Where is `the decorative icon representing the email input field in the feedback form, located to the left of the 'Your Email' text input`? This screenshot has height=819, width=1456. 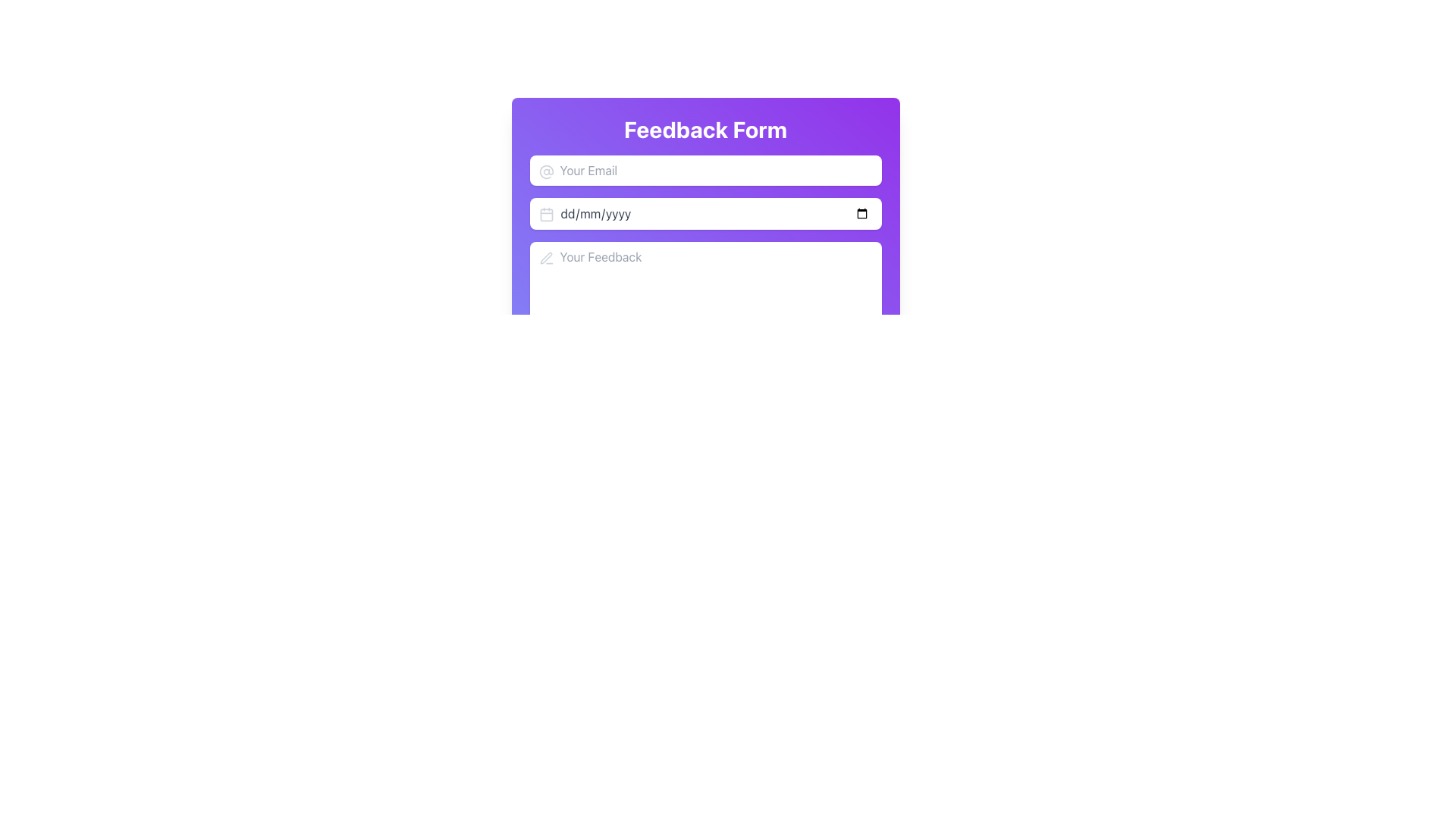
the decorative icon representing the email input field in the feedback form, located to the left of the 'Your Email' text input is located at coordinates (546, 171).